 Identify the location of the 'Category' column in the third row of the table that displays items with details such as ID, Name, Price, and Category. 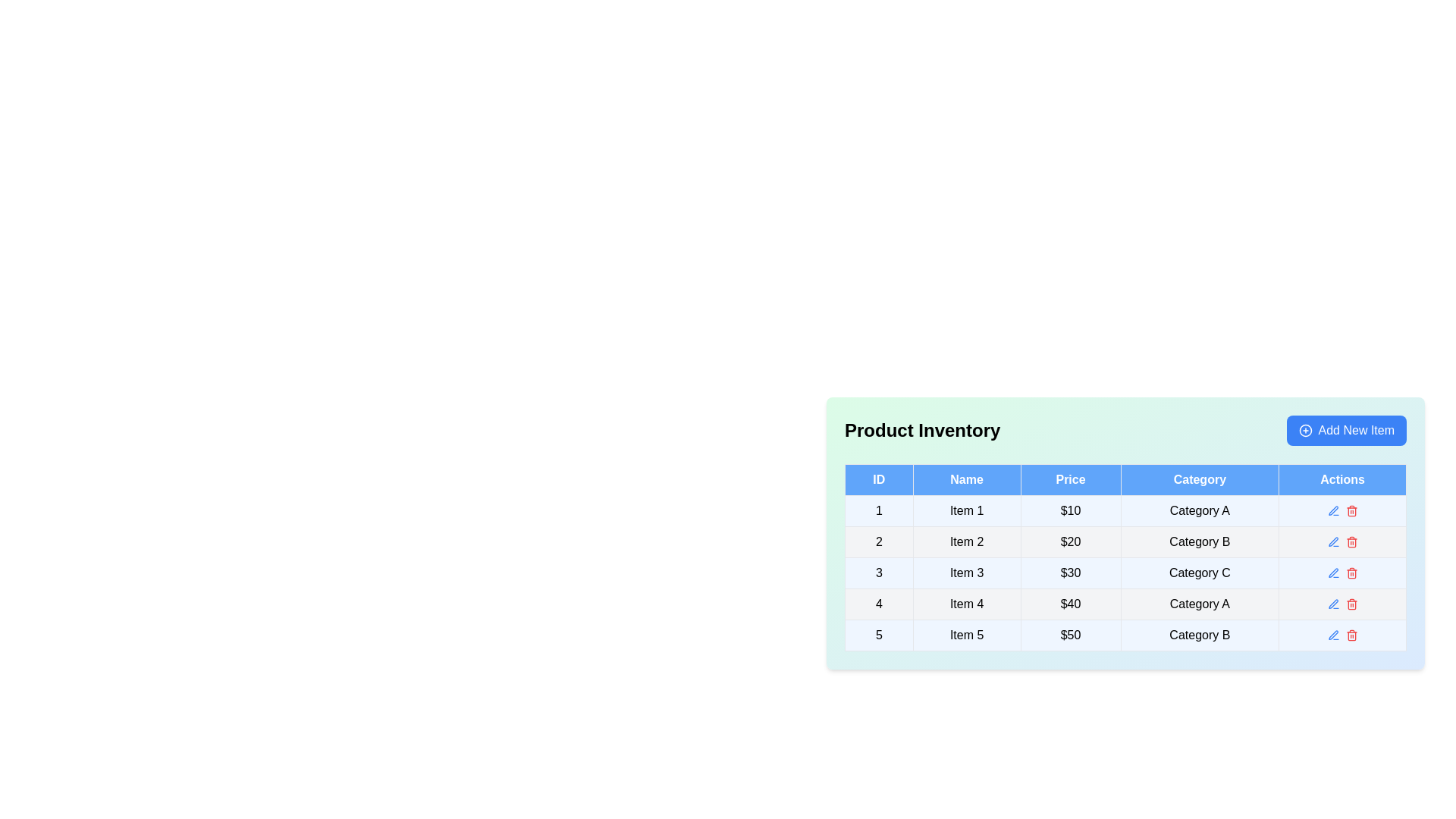
(1125, 573).